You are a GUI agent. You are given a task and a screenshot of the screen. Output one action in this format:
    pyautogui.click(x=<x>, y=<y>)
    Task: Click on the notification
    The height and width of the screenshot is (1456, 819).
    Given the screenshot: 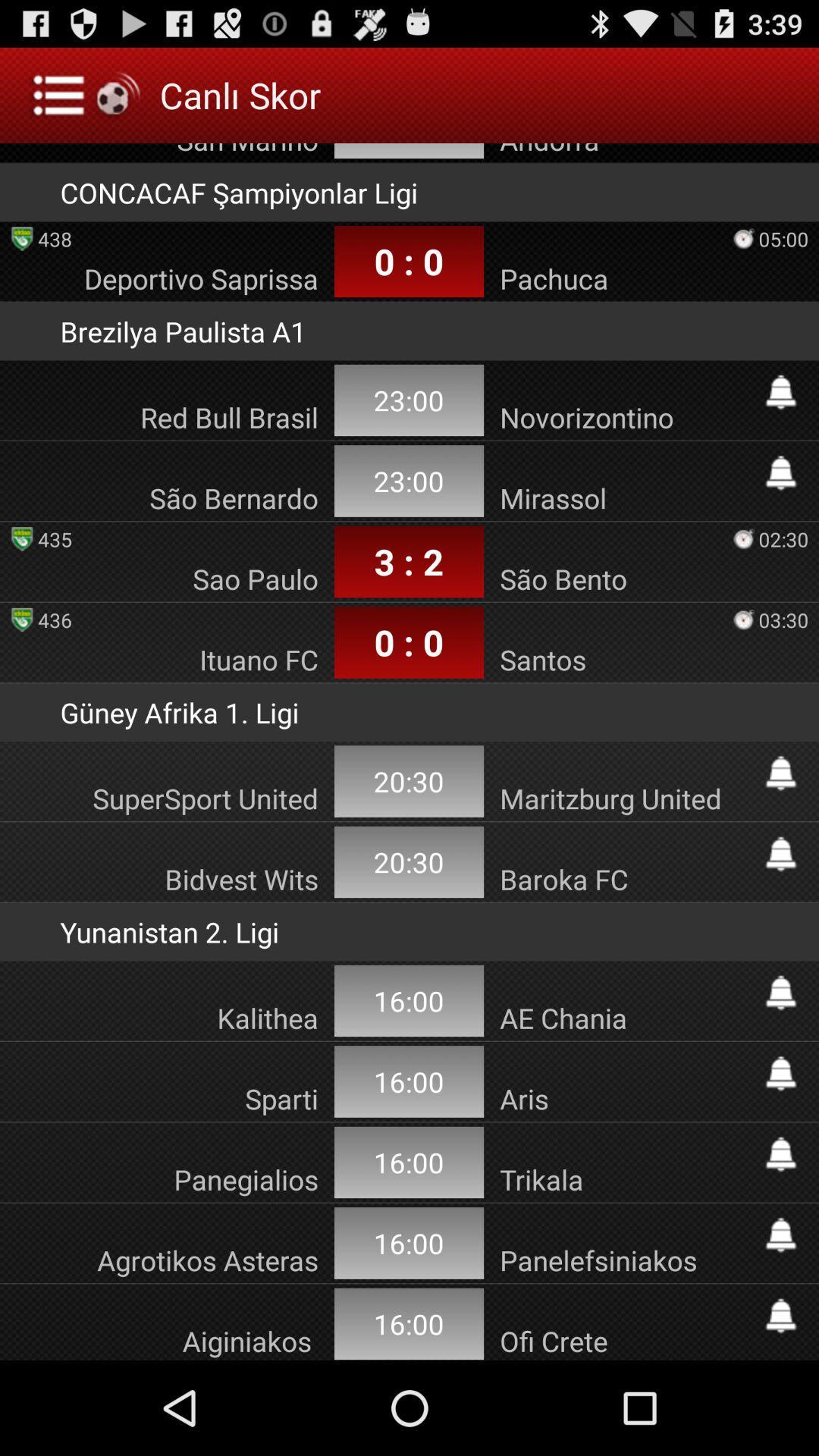 What is the action you would take?
    pyautogui.click(x=780, y=854)
    